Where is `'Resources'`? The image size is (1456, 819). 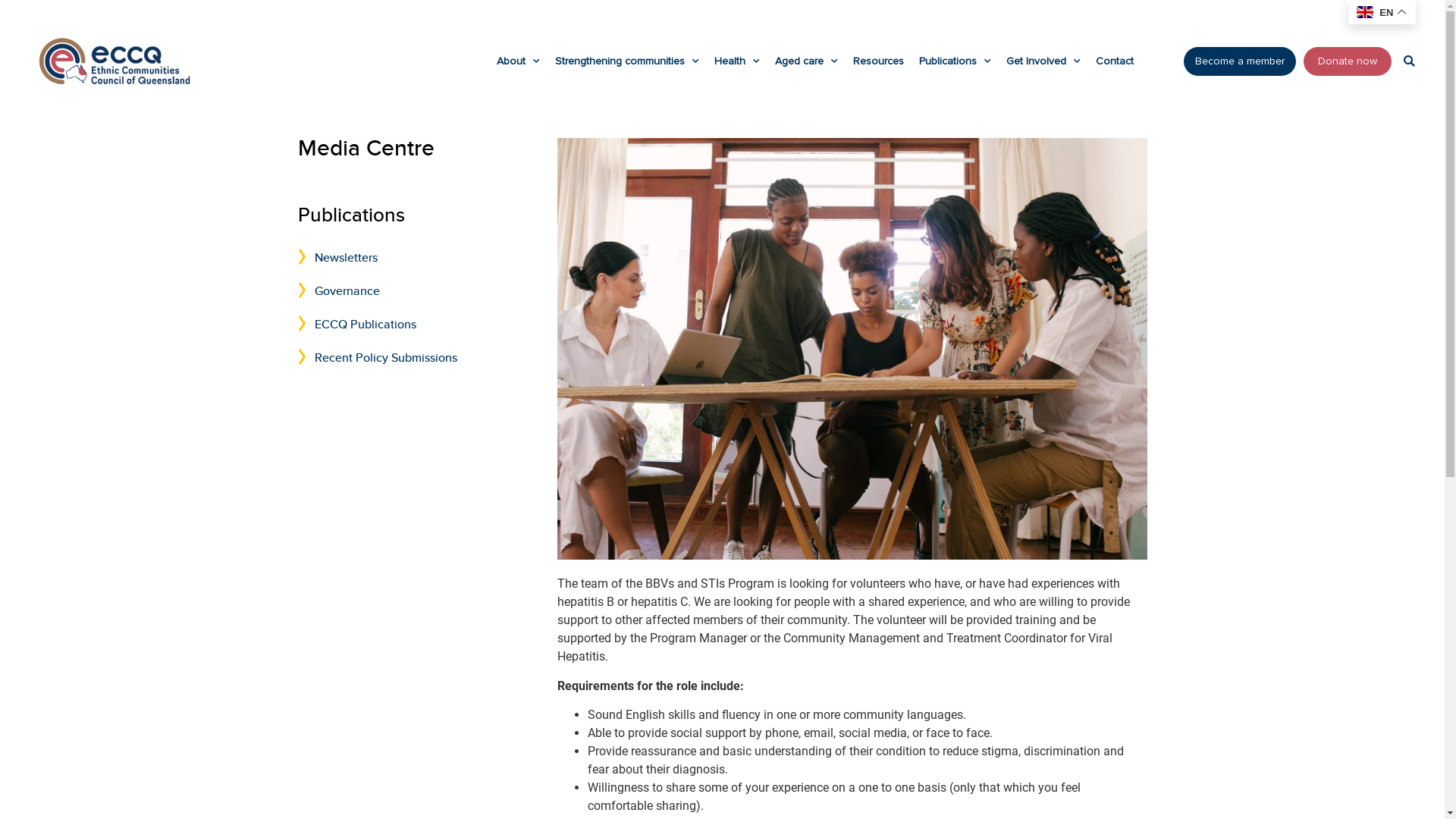
'Resources' is located at coordinates (878, 61).